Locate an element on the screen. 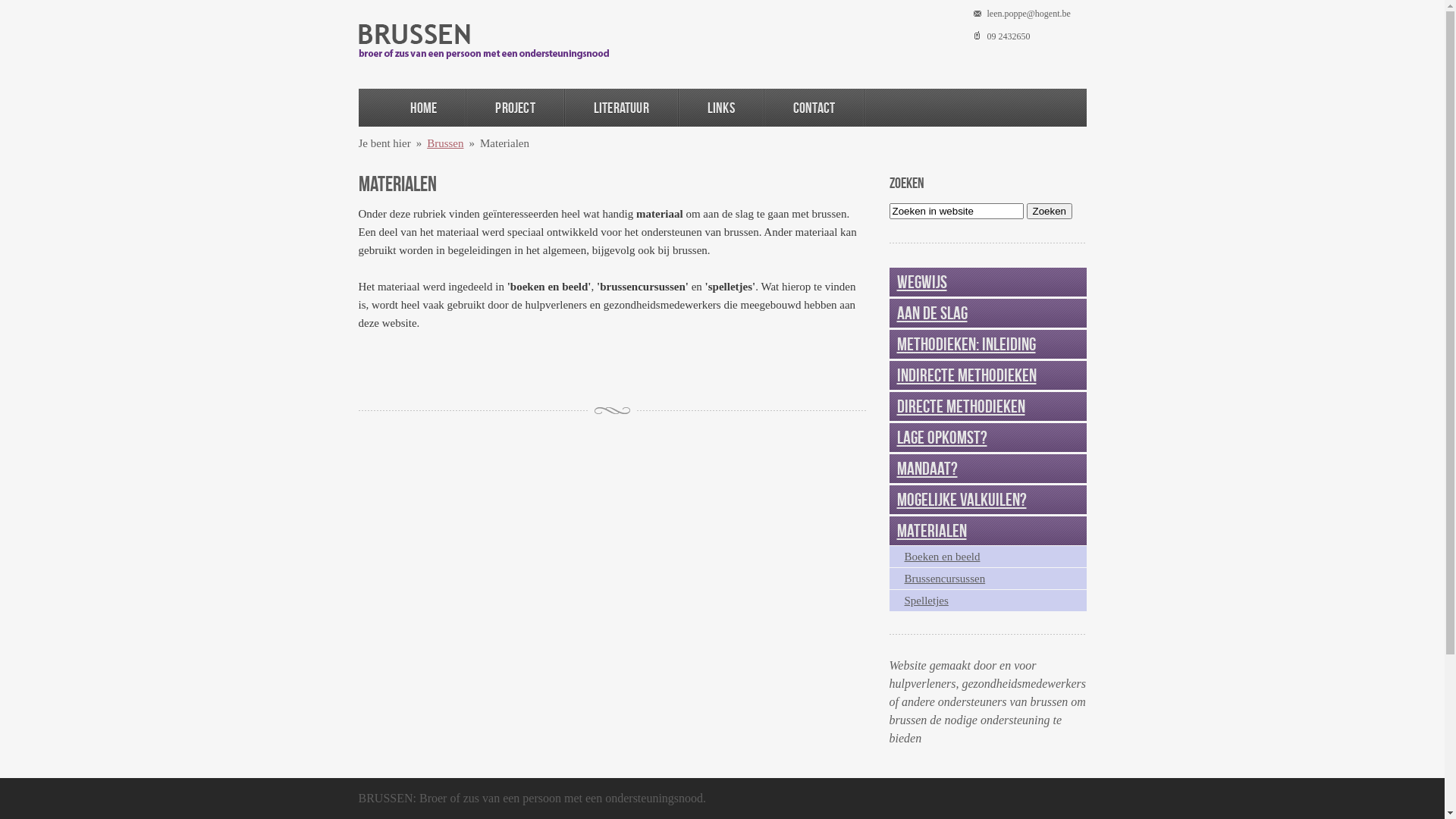 The width and height of the screenshot is (1456, 819). 'Spelletjes' is located at coordinates (924, 599).